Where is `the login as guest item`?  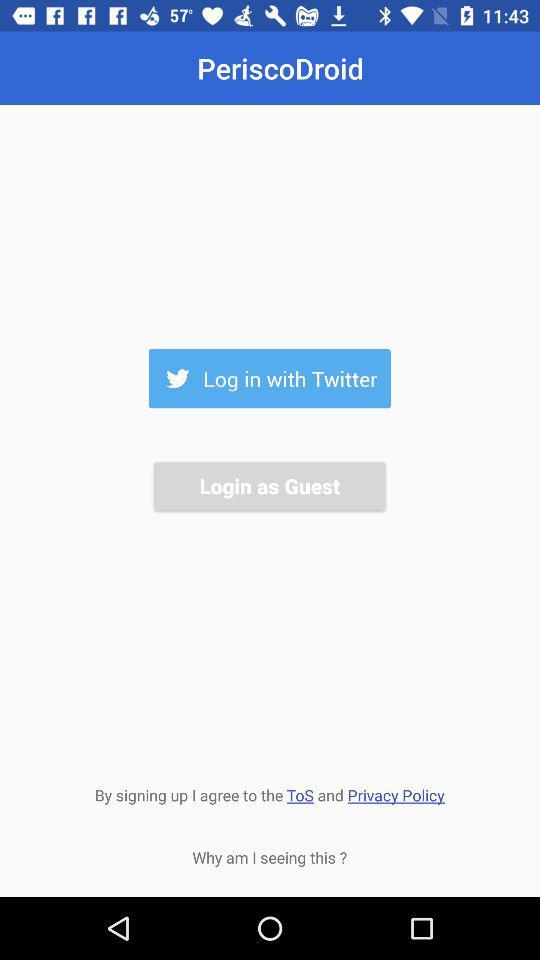
the login as guest item is located at coordinates (269, 484).